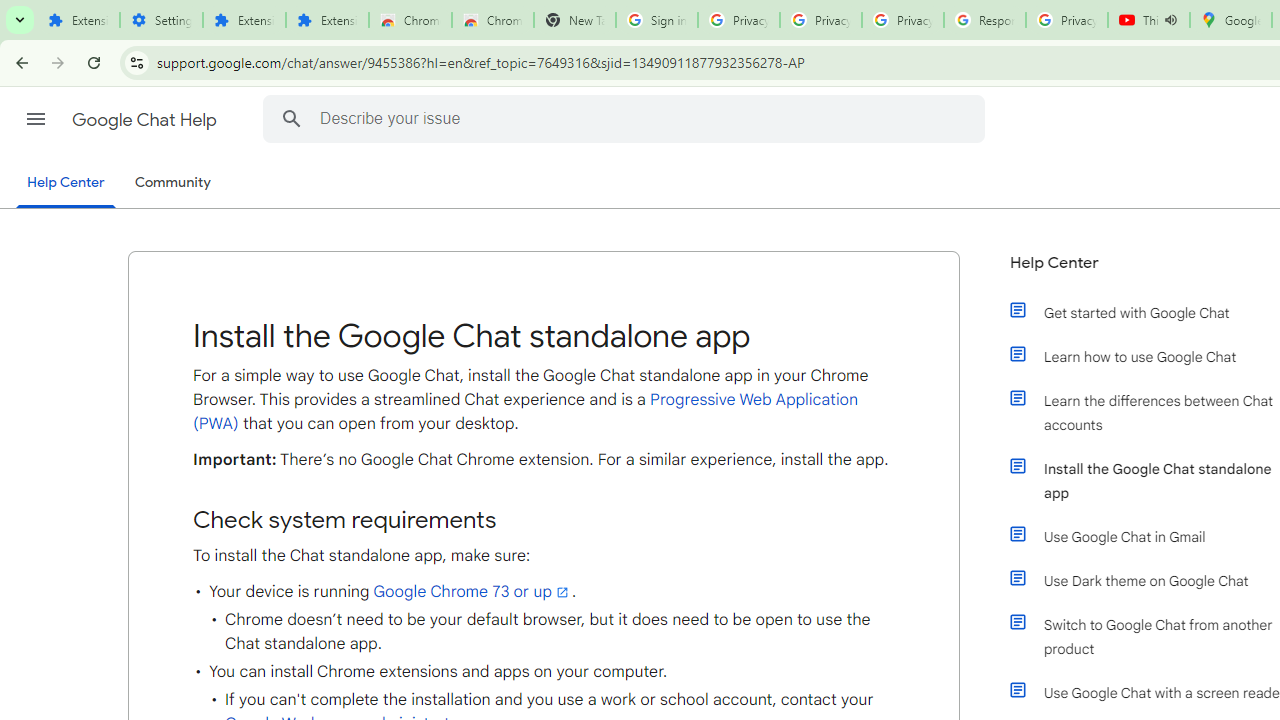  What do you see at coordinates (327, 20) in the screenshot?
I see `'Extensions'` at bounding box center [327, 20].